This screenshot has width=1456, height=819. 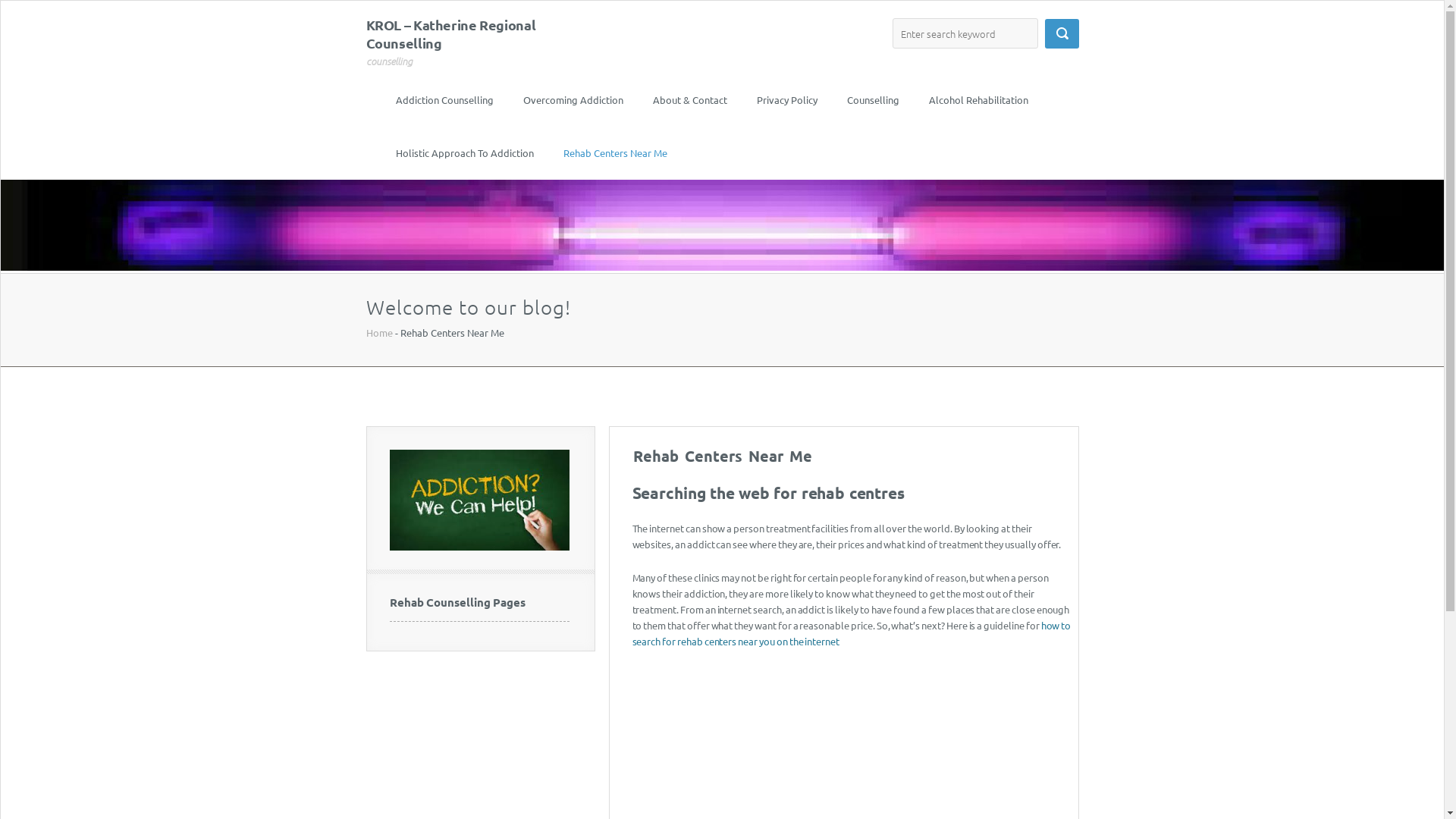 I want to click on 'Overcoming Addiction', so click(x=572, y=99).